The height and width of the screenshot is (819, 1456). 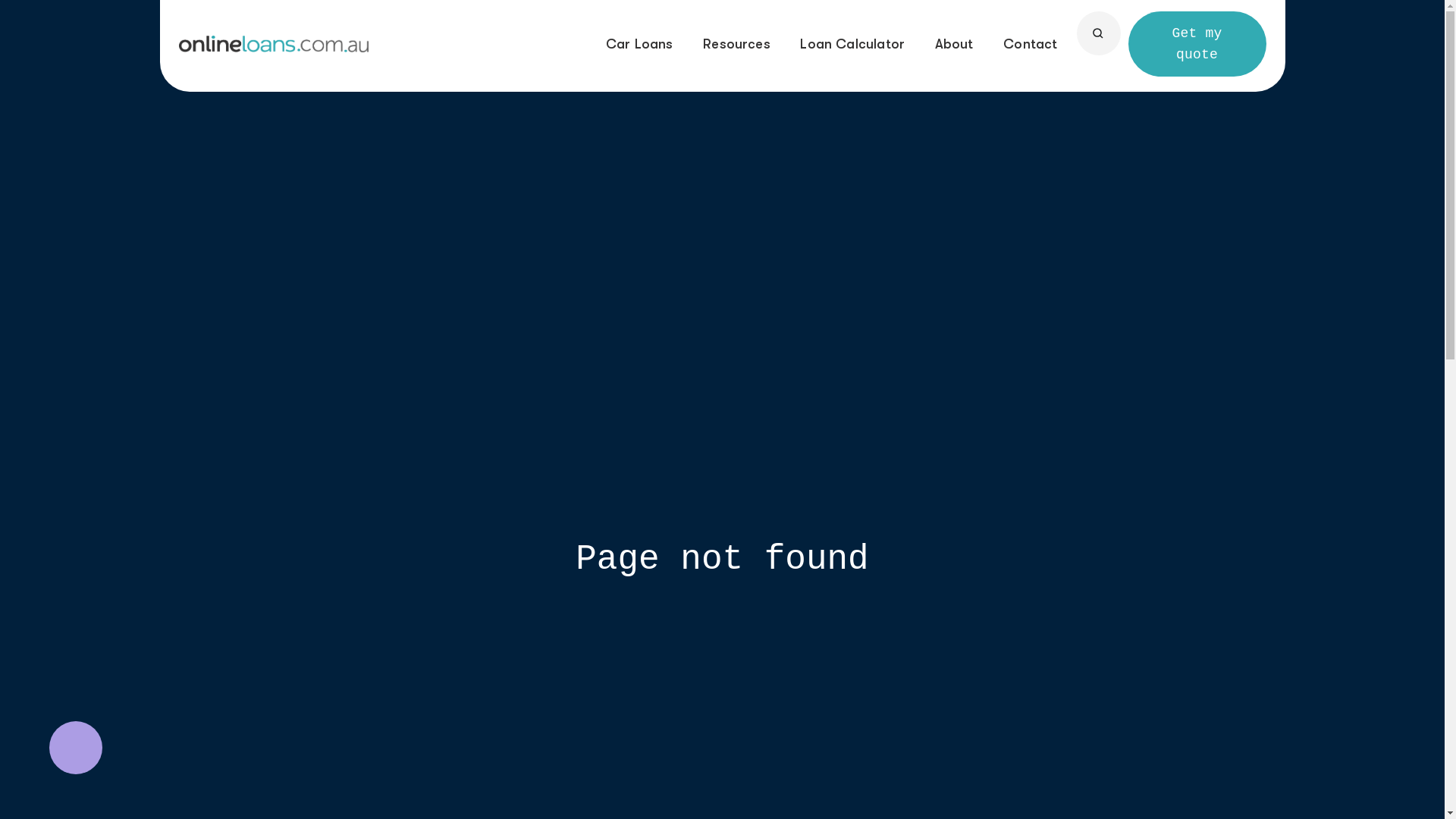 What do you see at coordinates (1030, 42) in the screenshot?
I see `'Contact'` at bounding box center [1030, 42].